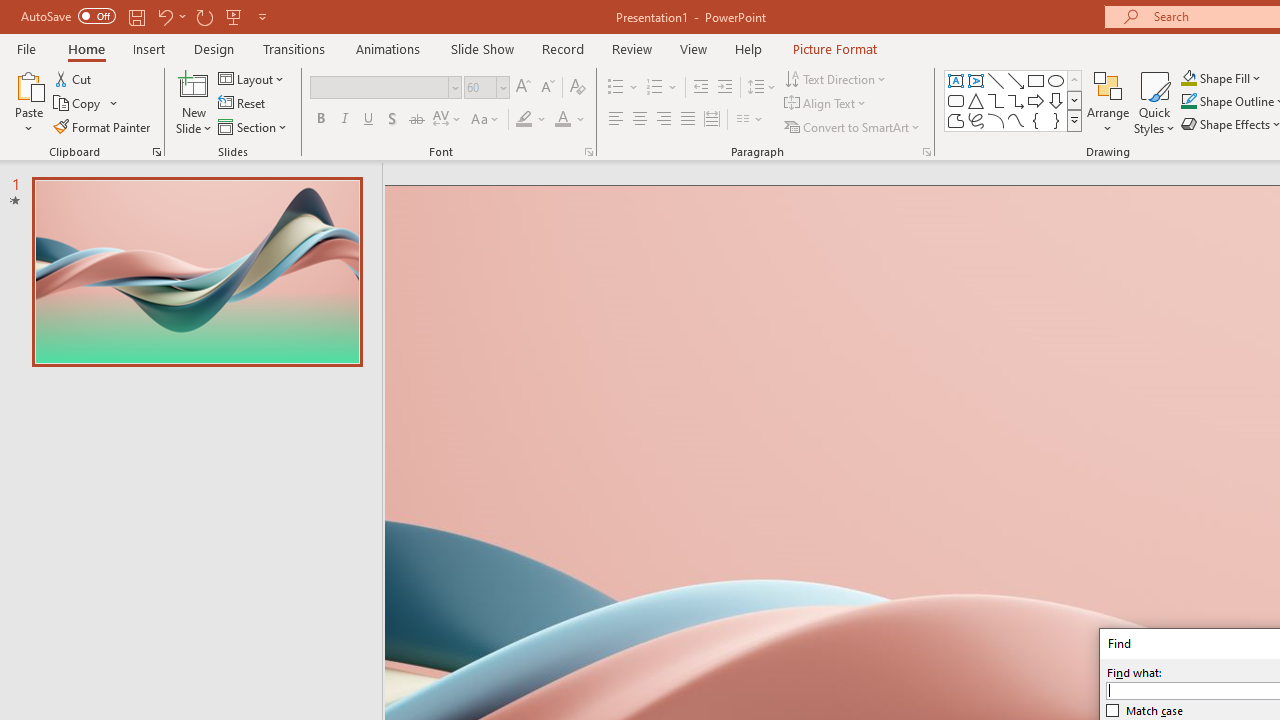  I want to click on 'Decrease Font Size', so click(547, 86).